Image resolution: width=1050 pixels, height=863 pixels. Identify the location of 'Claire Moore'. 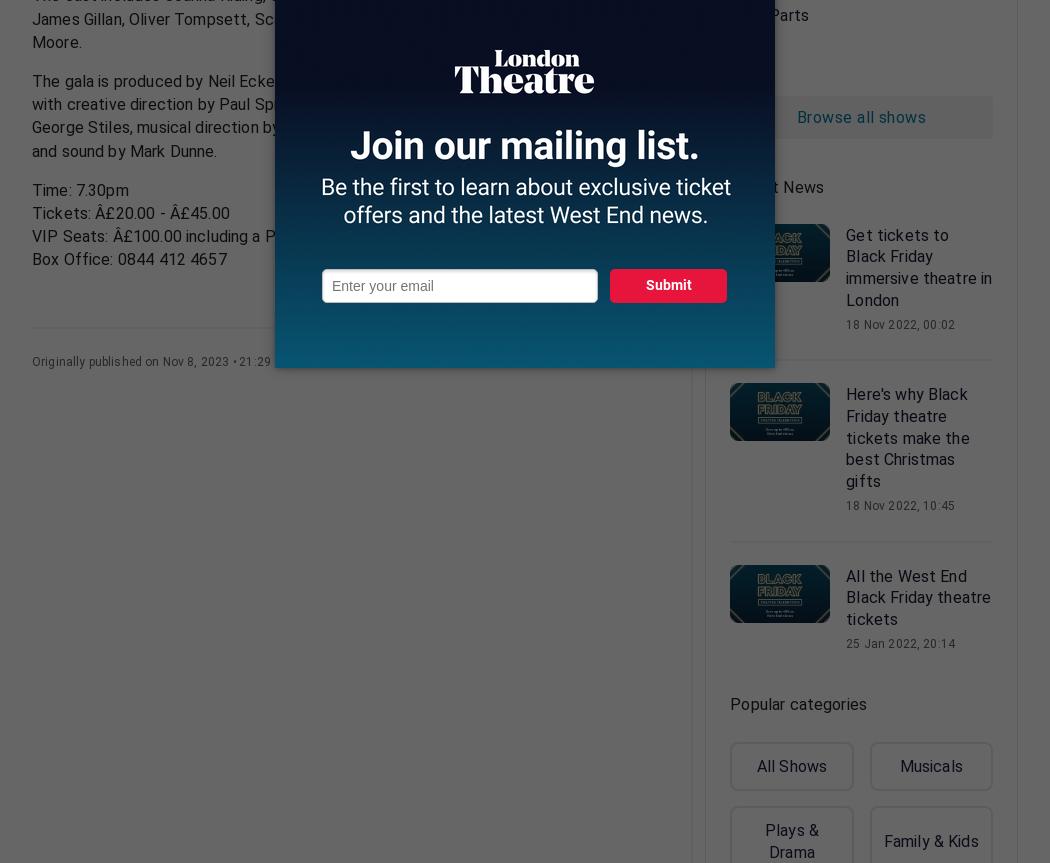
(338, 30).